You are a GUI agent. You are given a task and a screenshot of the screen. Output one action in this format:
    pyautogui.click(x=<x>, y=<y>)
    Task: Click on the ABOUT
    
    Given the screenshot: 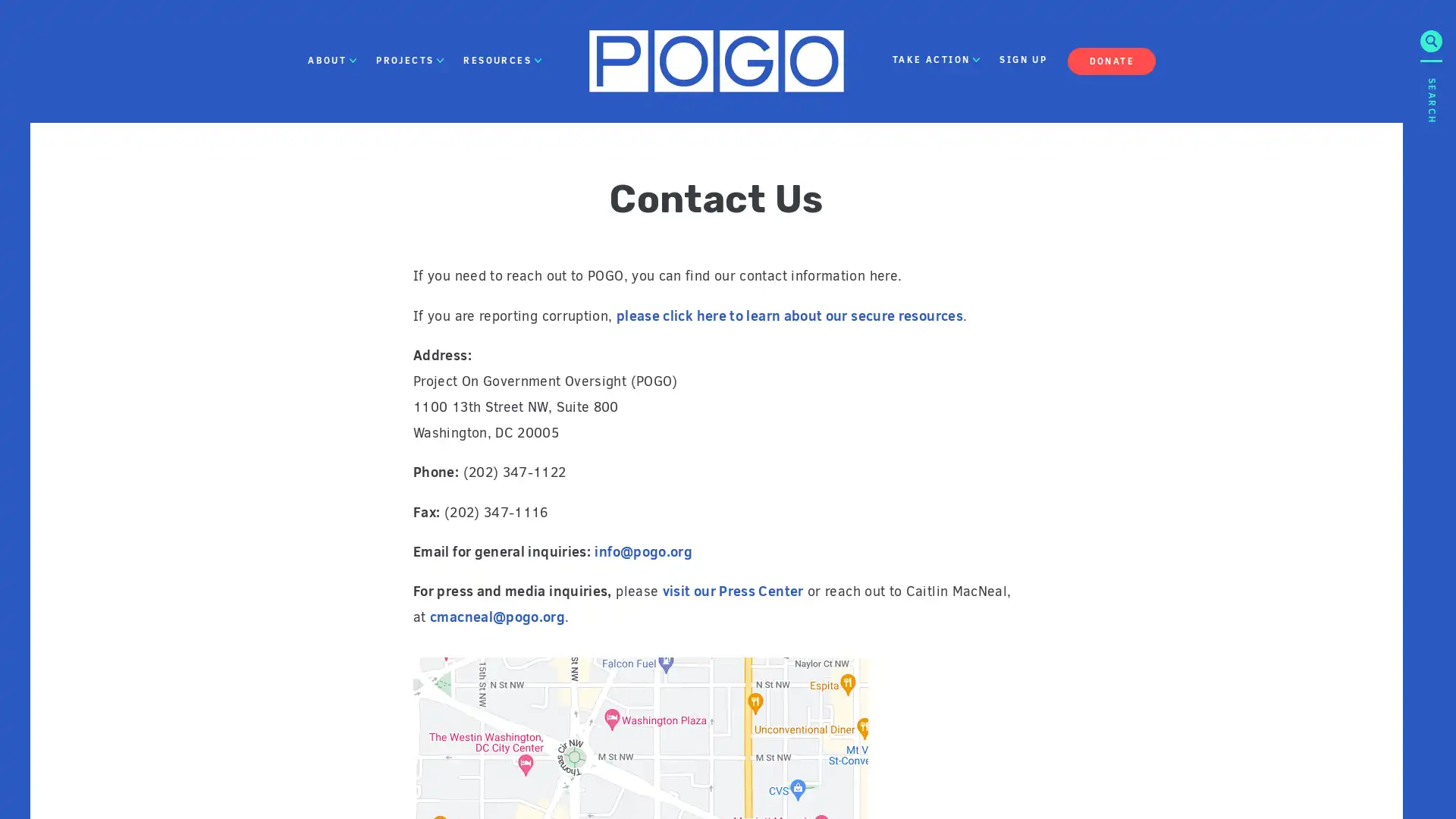 What is the action you would take?
    pyautogui.click(x=331, y=60)
    